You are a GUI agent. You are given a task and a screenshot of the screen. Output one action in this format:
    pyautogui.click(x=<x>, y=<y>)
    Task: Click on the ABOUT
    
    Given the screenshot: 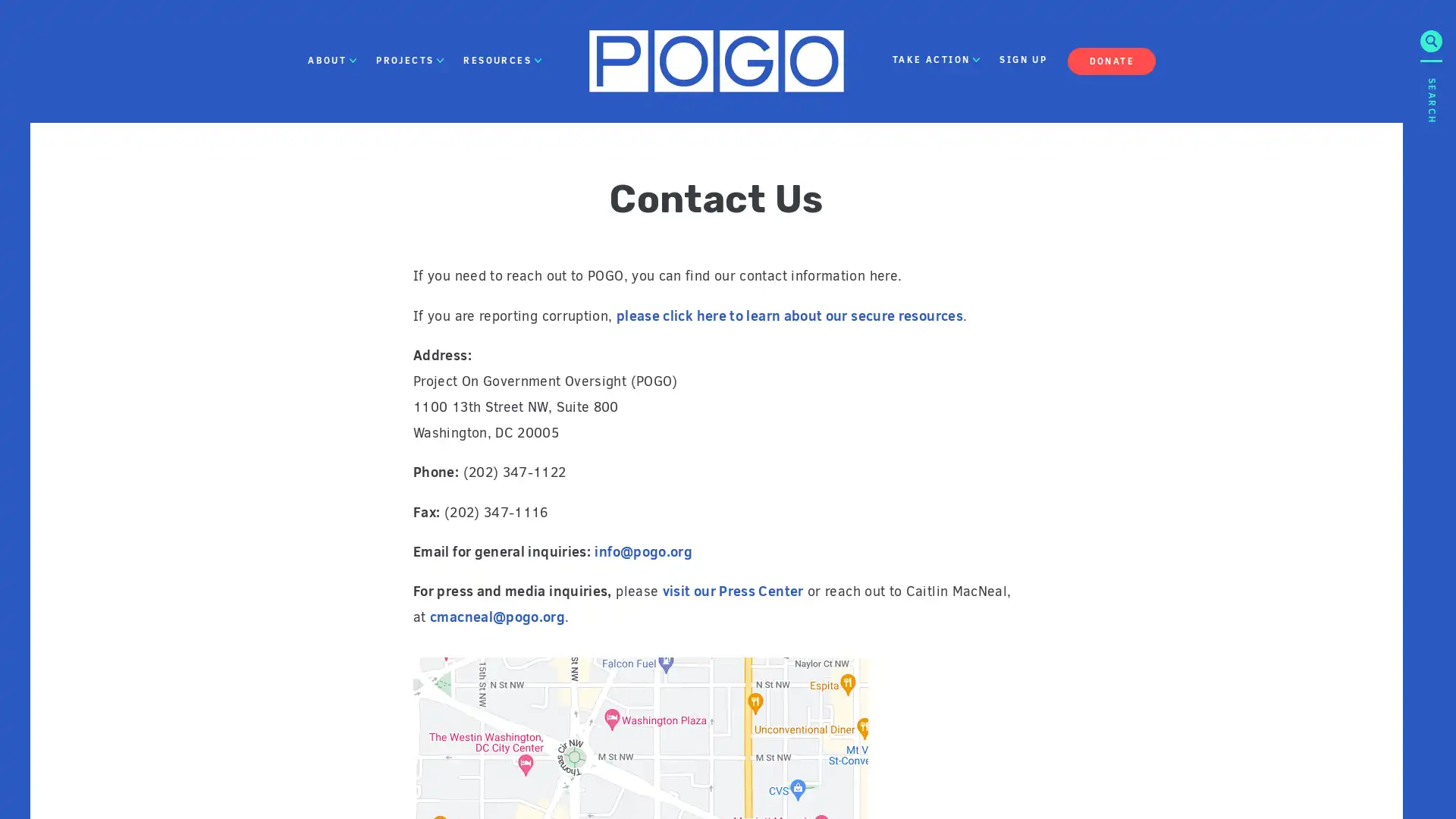 What is the action you would take?
    pyautogui.click(x=331, y=60)
    